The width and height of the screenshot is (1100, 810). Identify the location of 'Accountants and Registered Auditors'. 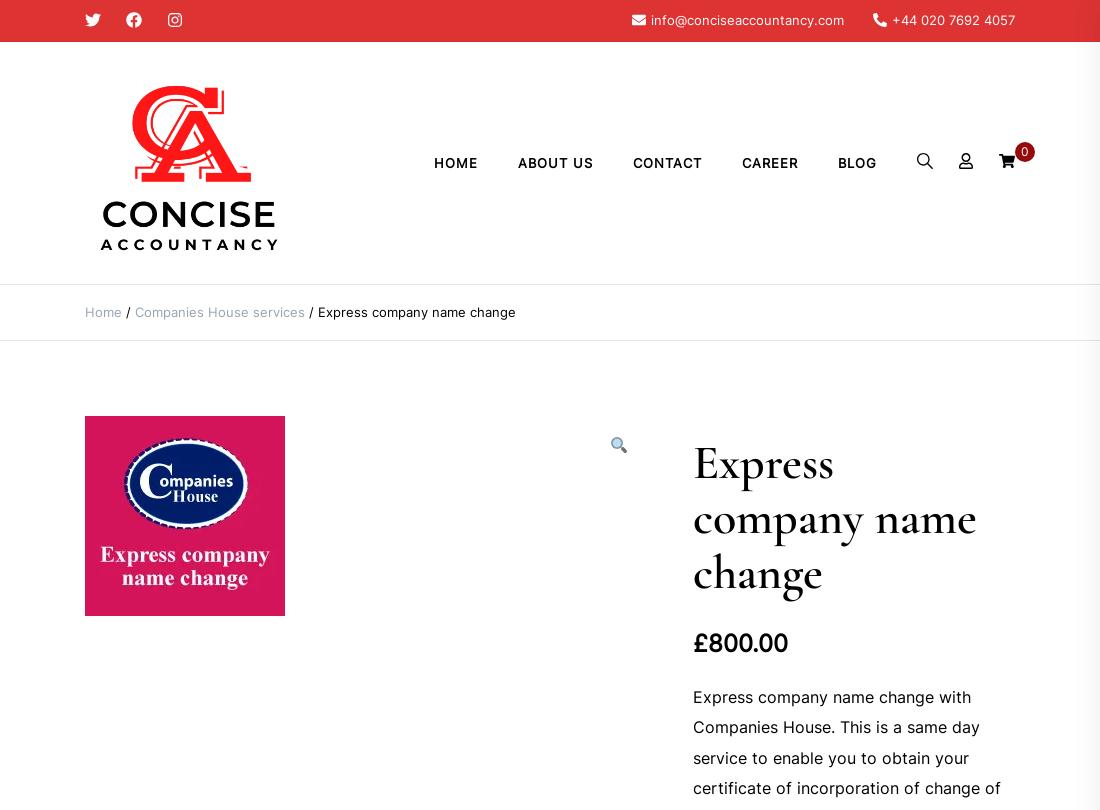
(190, 293).